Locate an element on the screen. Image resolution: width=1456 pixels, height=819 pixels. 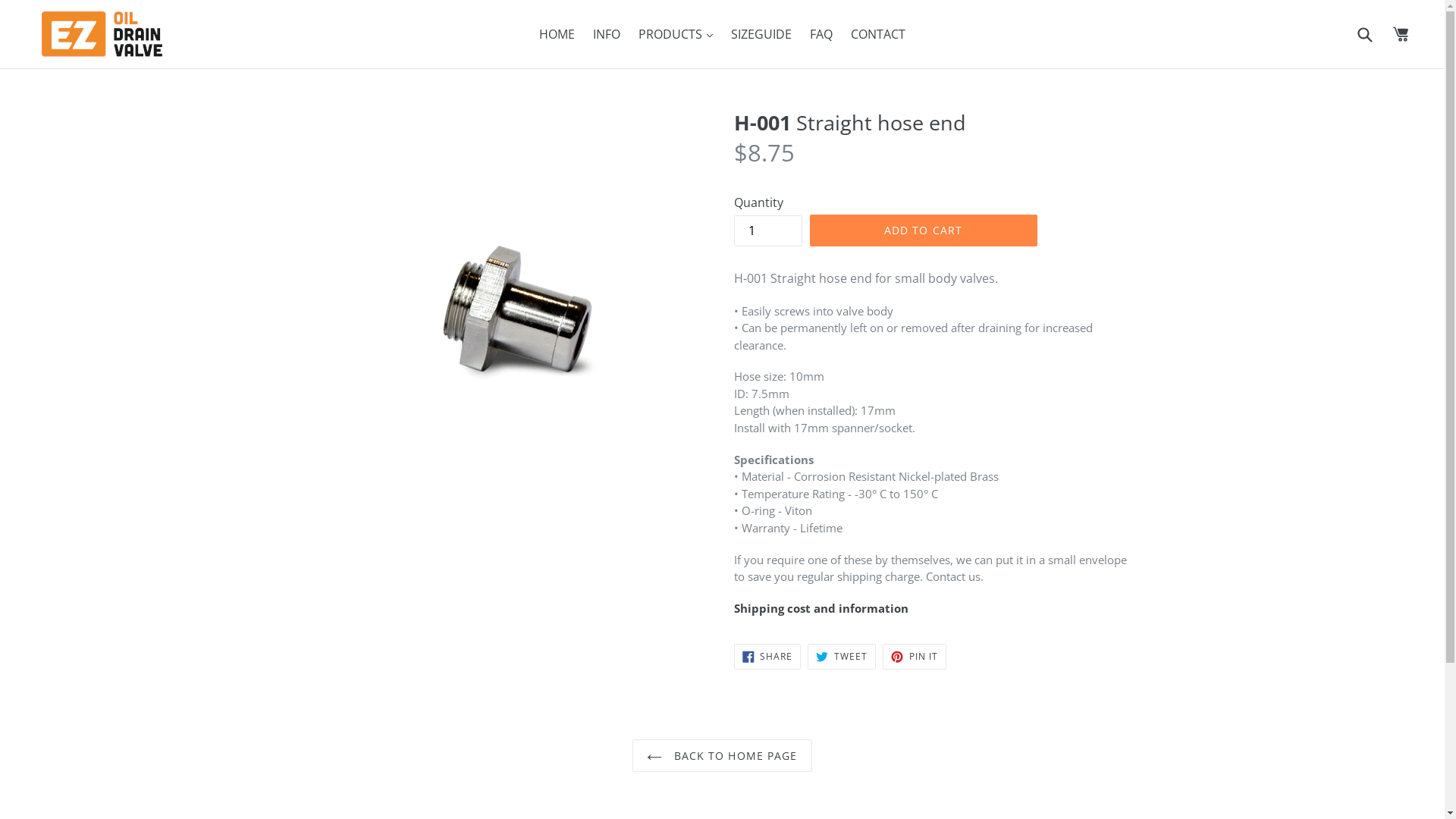
'Submit' is located at coordinates (1354, 33).